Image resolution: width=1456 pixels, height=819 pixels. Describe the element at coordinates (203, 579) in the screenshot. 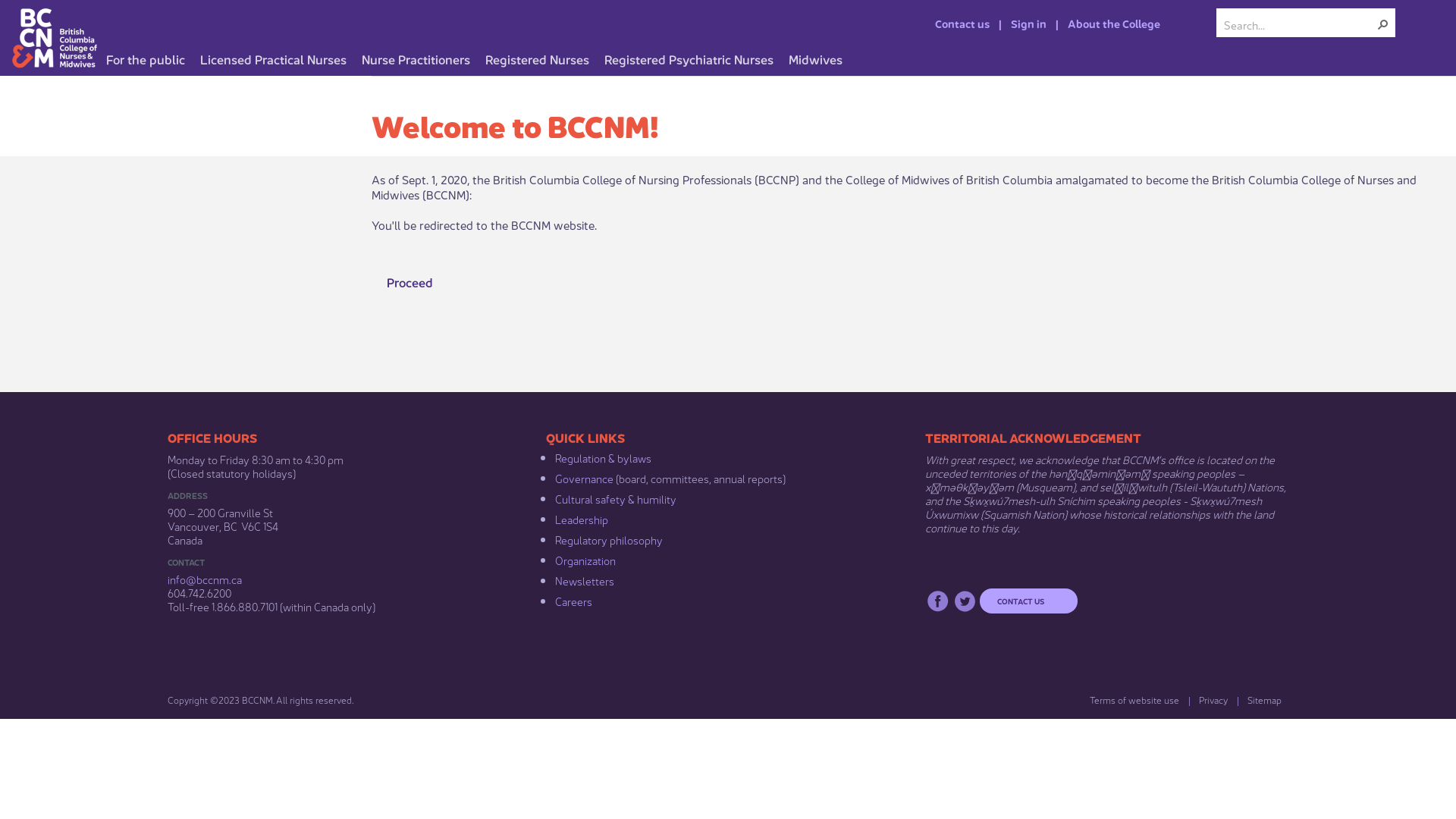

I see `'info@bccnm.ca'` at that location.